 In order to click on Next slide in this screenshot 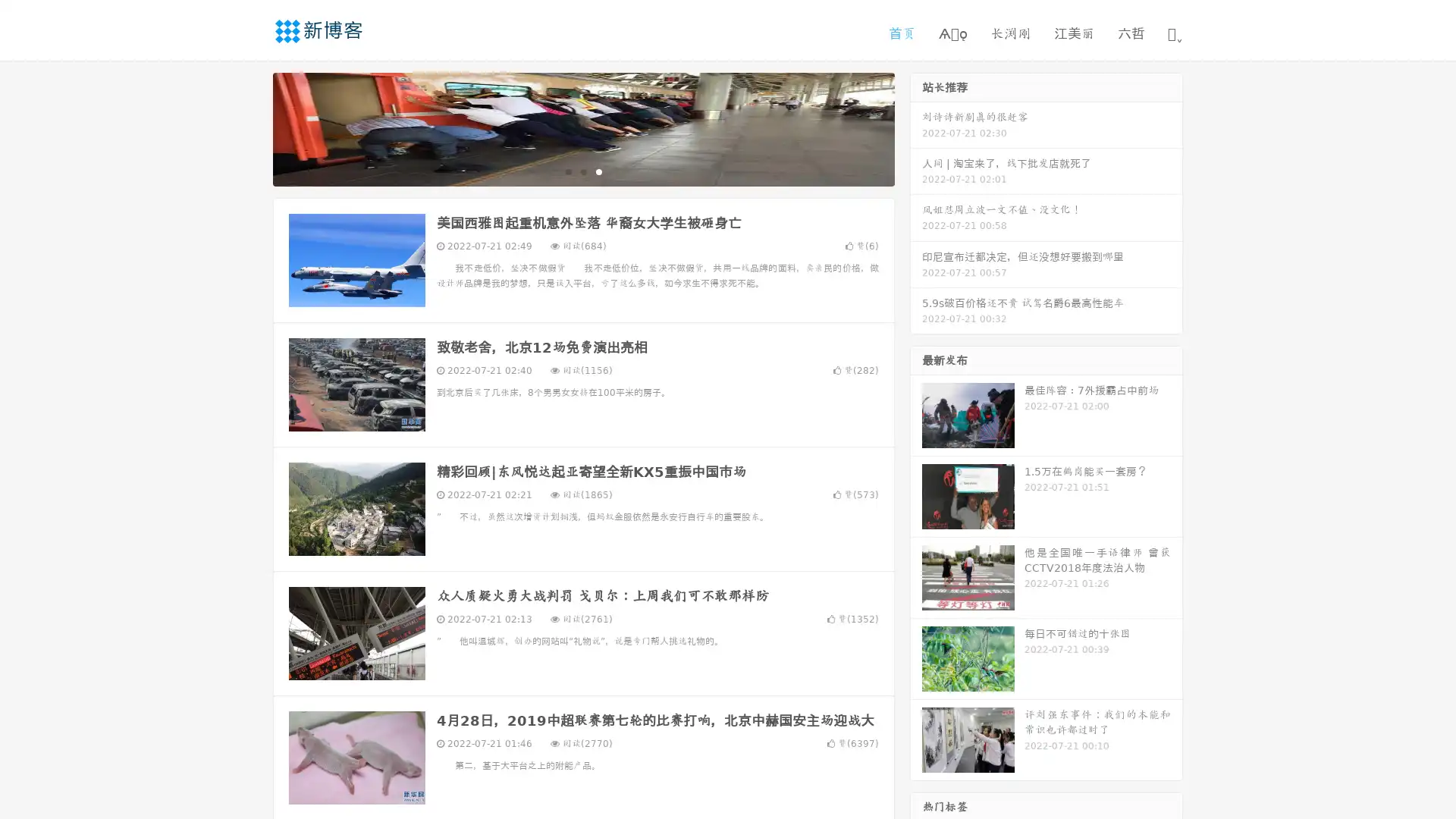, I will do `click(916, 127)`.